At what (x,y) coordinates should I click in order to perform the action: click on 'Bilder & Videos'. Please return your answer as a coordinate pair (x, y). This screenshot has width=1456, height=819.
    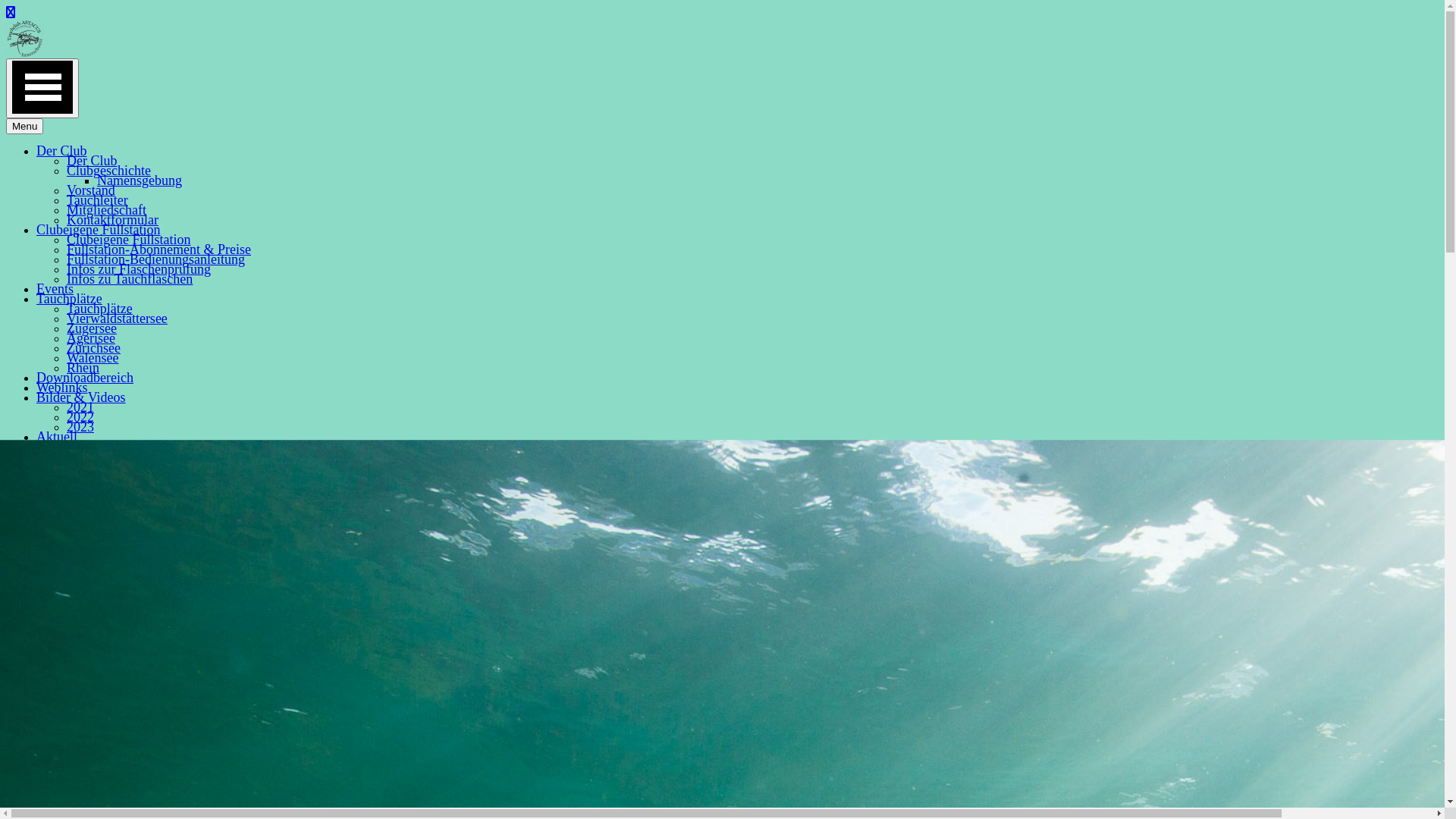
    Looking at the image, I should click on (80, 397).